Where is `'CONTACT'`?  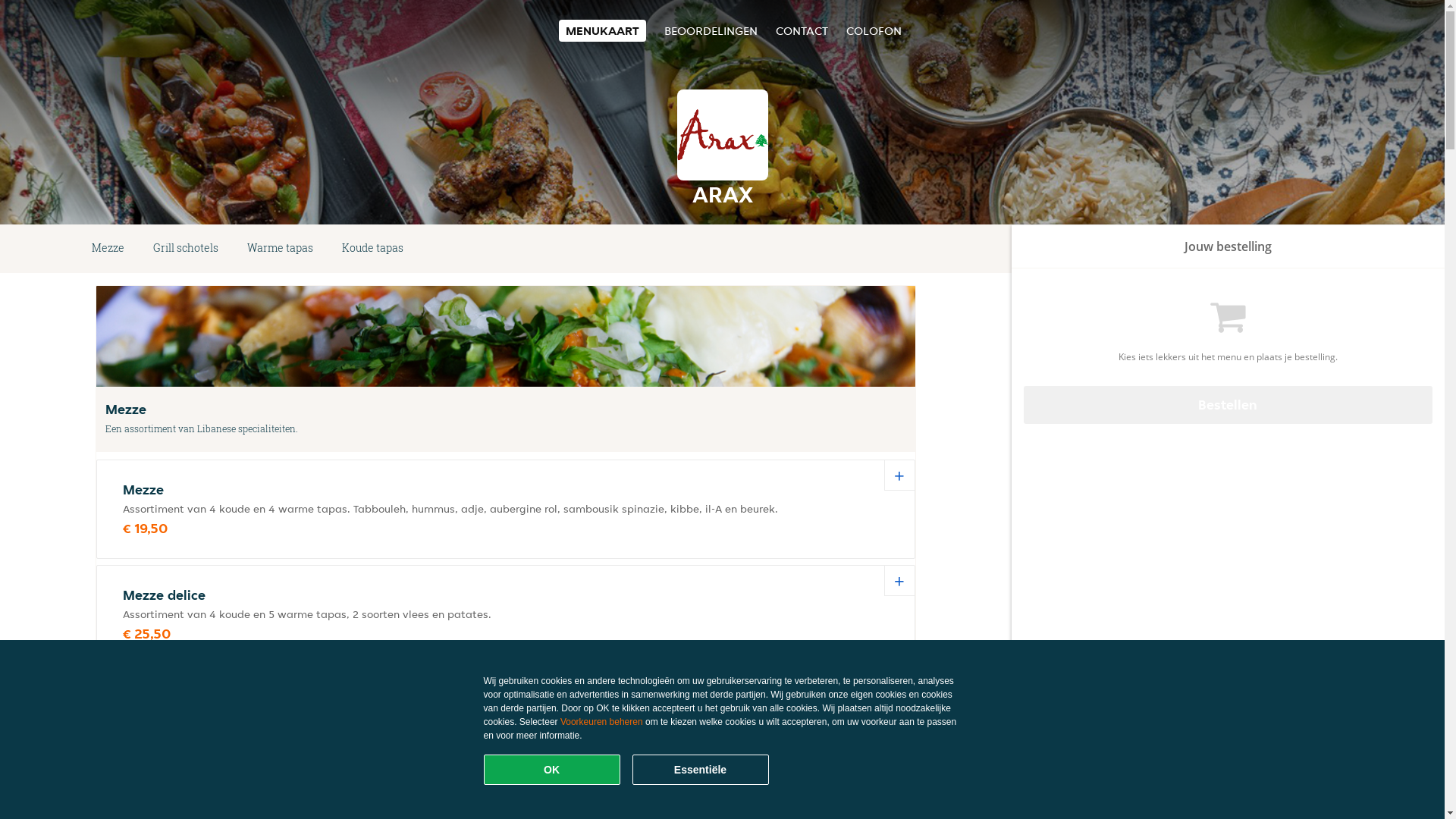 'CONTACT' is located at coordinates (800, 30).